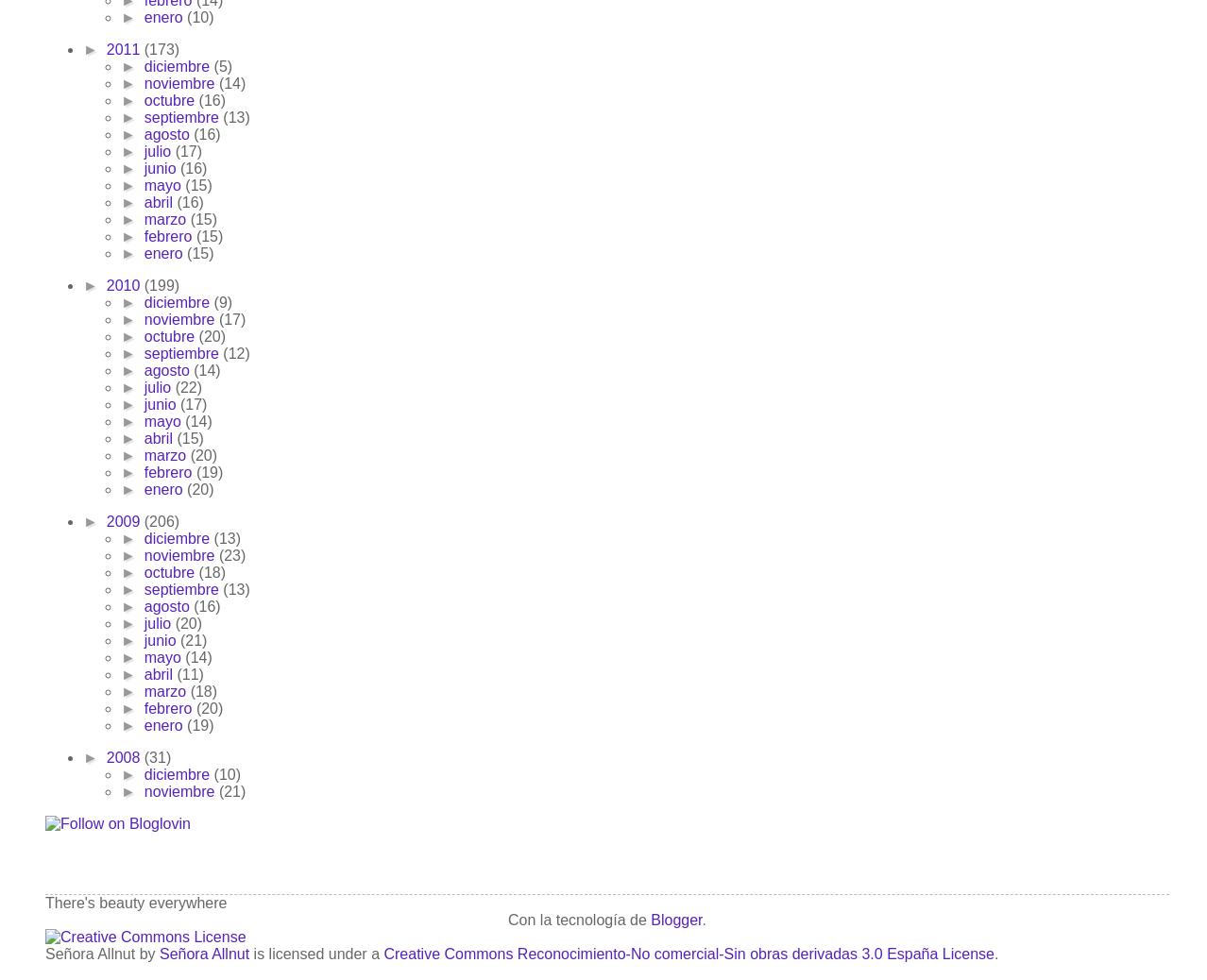  What do you see at coordinates (136, 903) in the screenshot?
I see `'There's beauty everywhere'` at bounding box center [136, 903].